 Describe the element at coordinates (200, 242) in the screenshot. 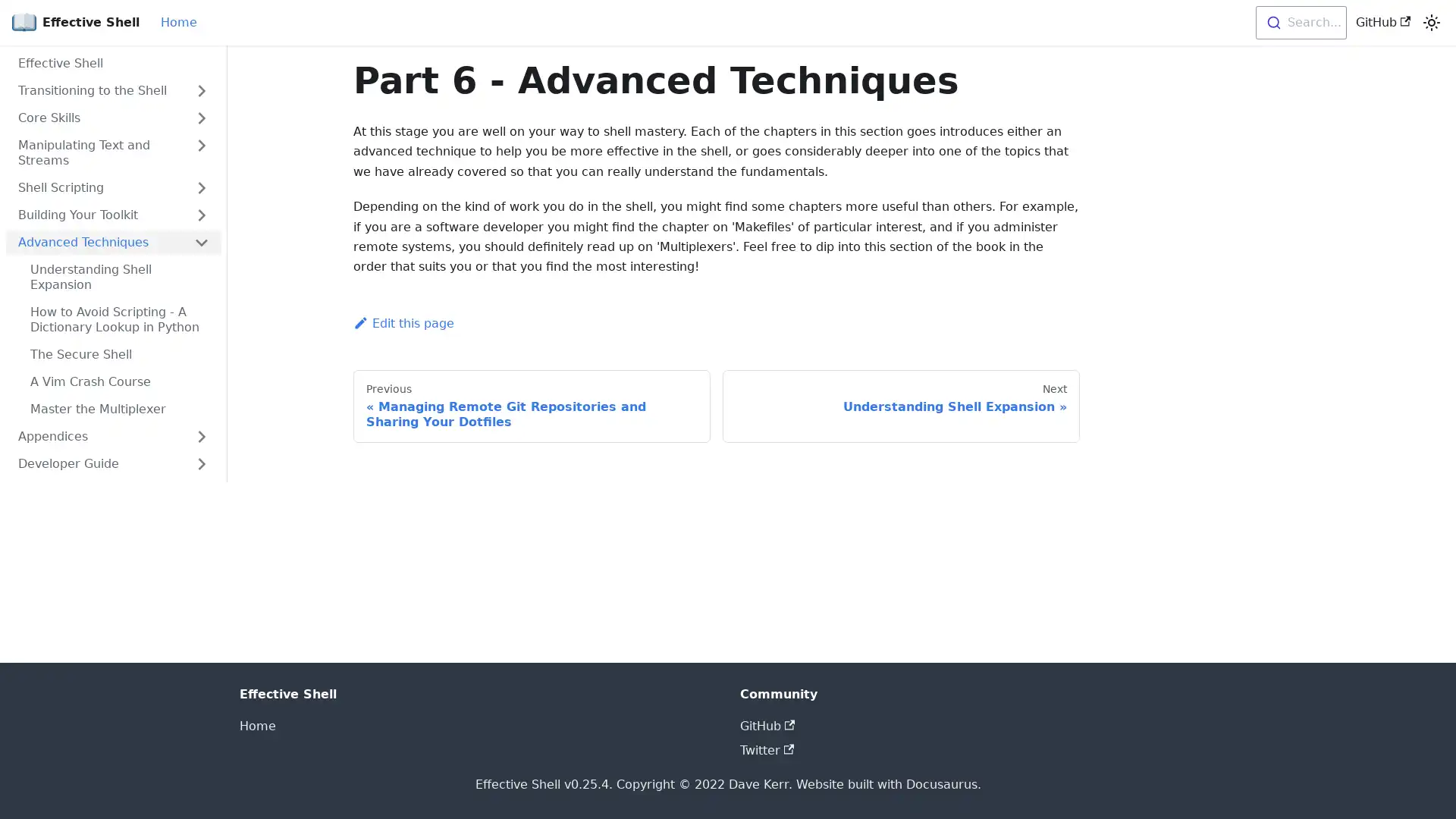

I see `Toggle the collapsible sidebar category 'Advanced Techniques'` at that location.